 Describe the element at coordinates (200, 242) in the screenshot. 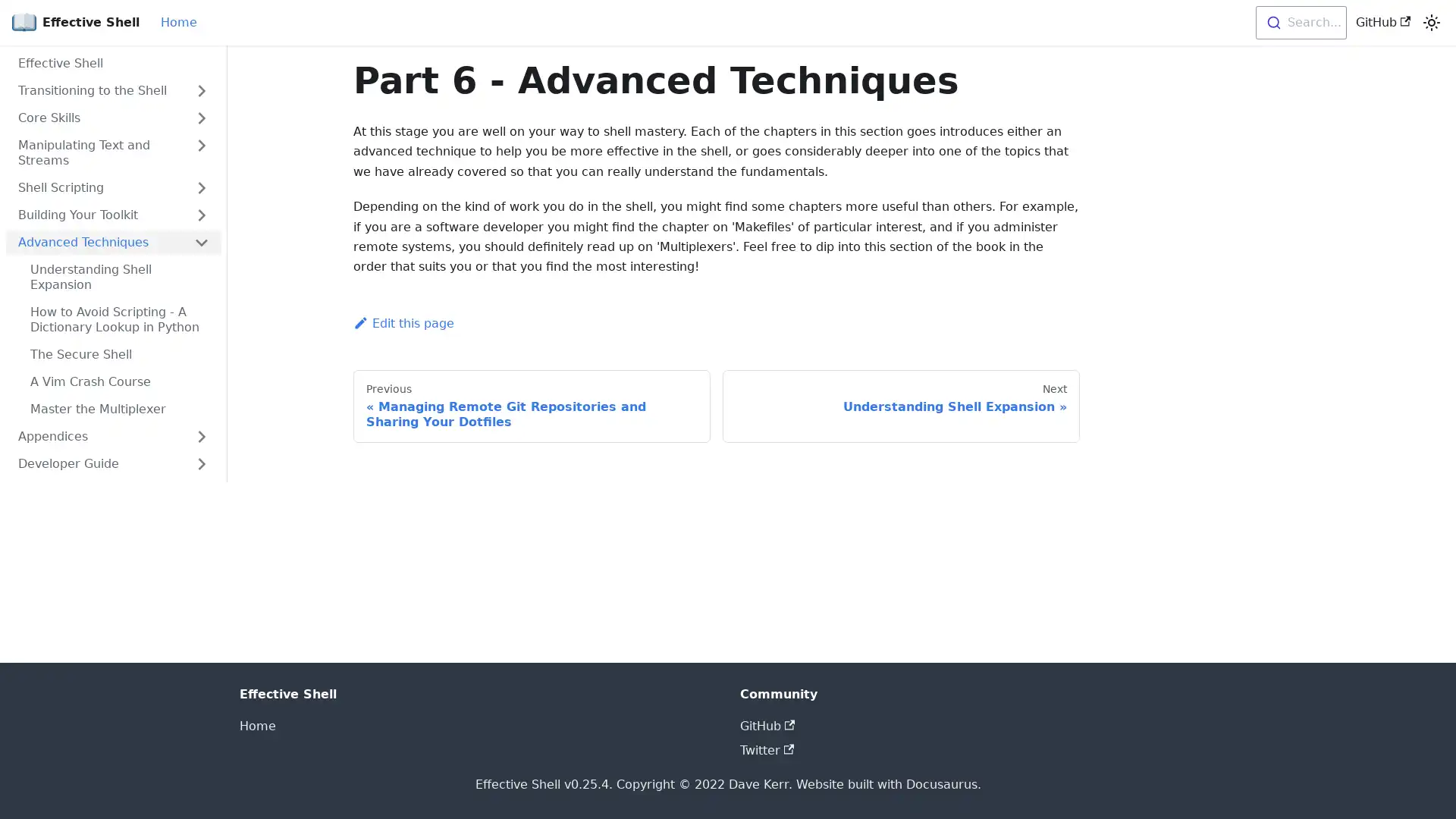

I see `Toggle the collapsible sidebar category 'Advanced Techniques'` at that location.